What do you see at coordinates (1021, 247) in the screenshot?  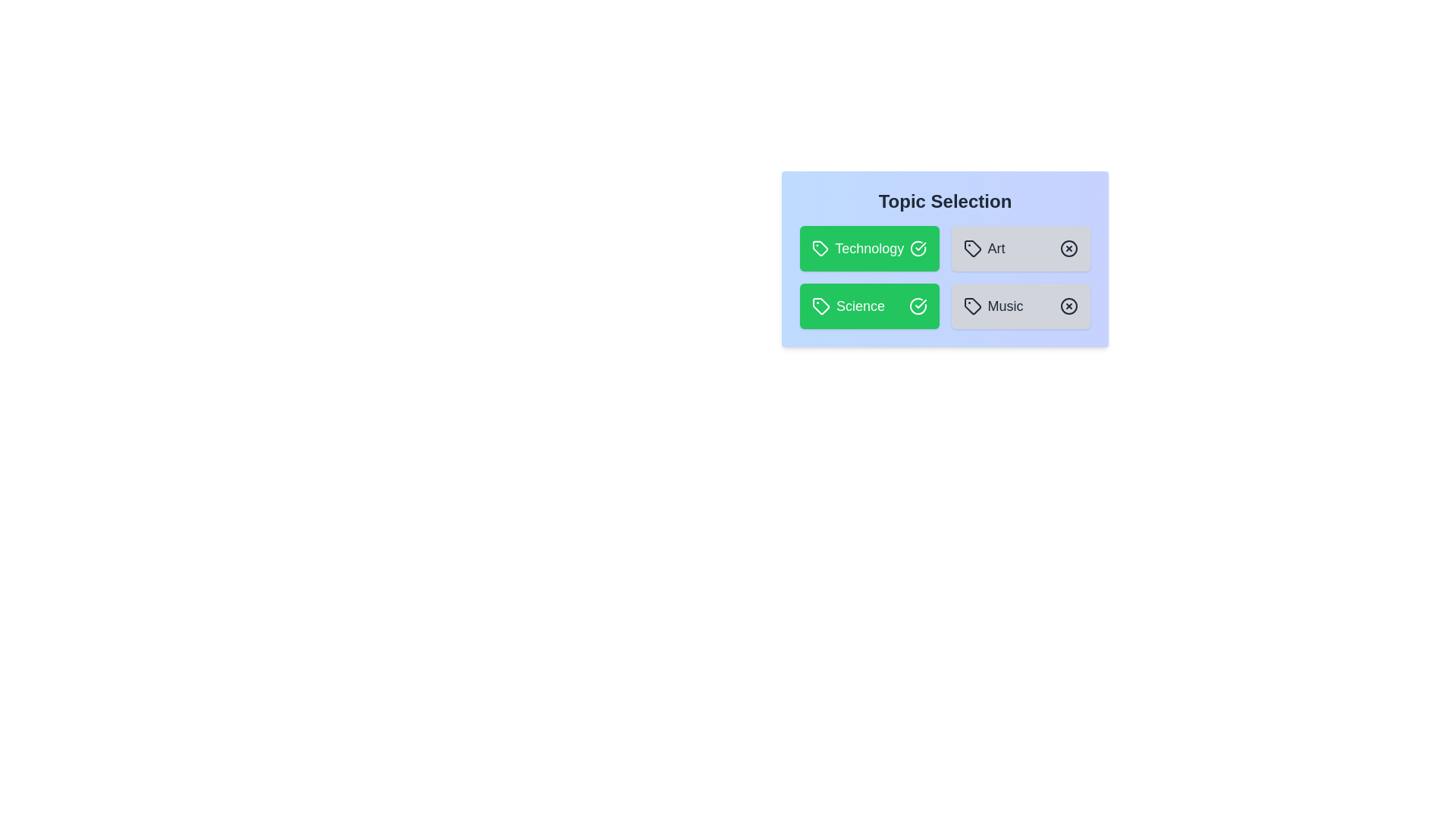 I see `the topic Art` at bounding box center [1021, 247].